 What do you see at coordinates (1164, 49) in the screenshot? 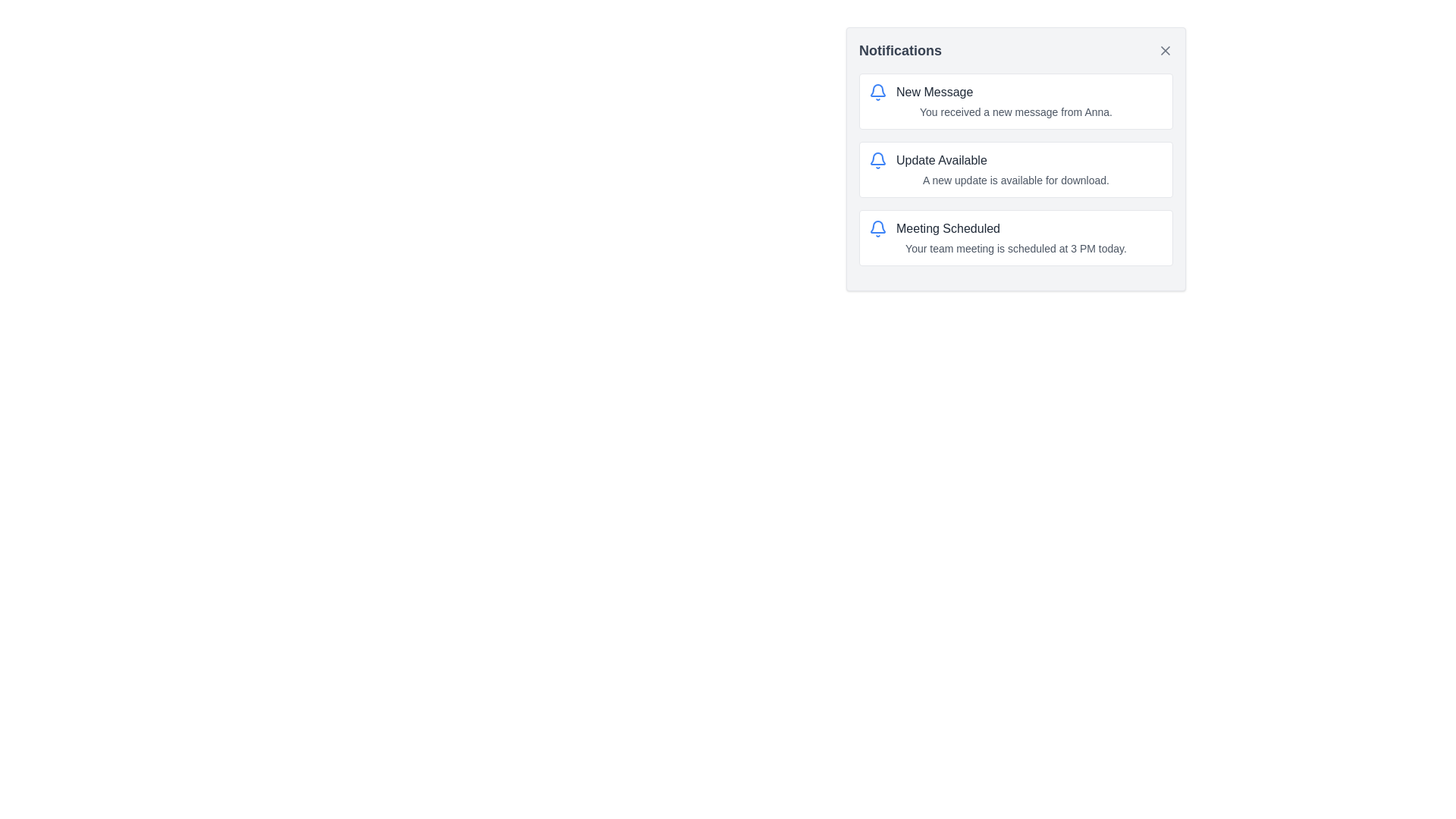
I see `the close button located at the top-right corner of the notification header section to change its color` at bounding box center [1164, 49].